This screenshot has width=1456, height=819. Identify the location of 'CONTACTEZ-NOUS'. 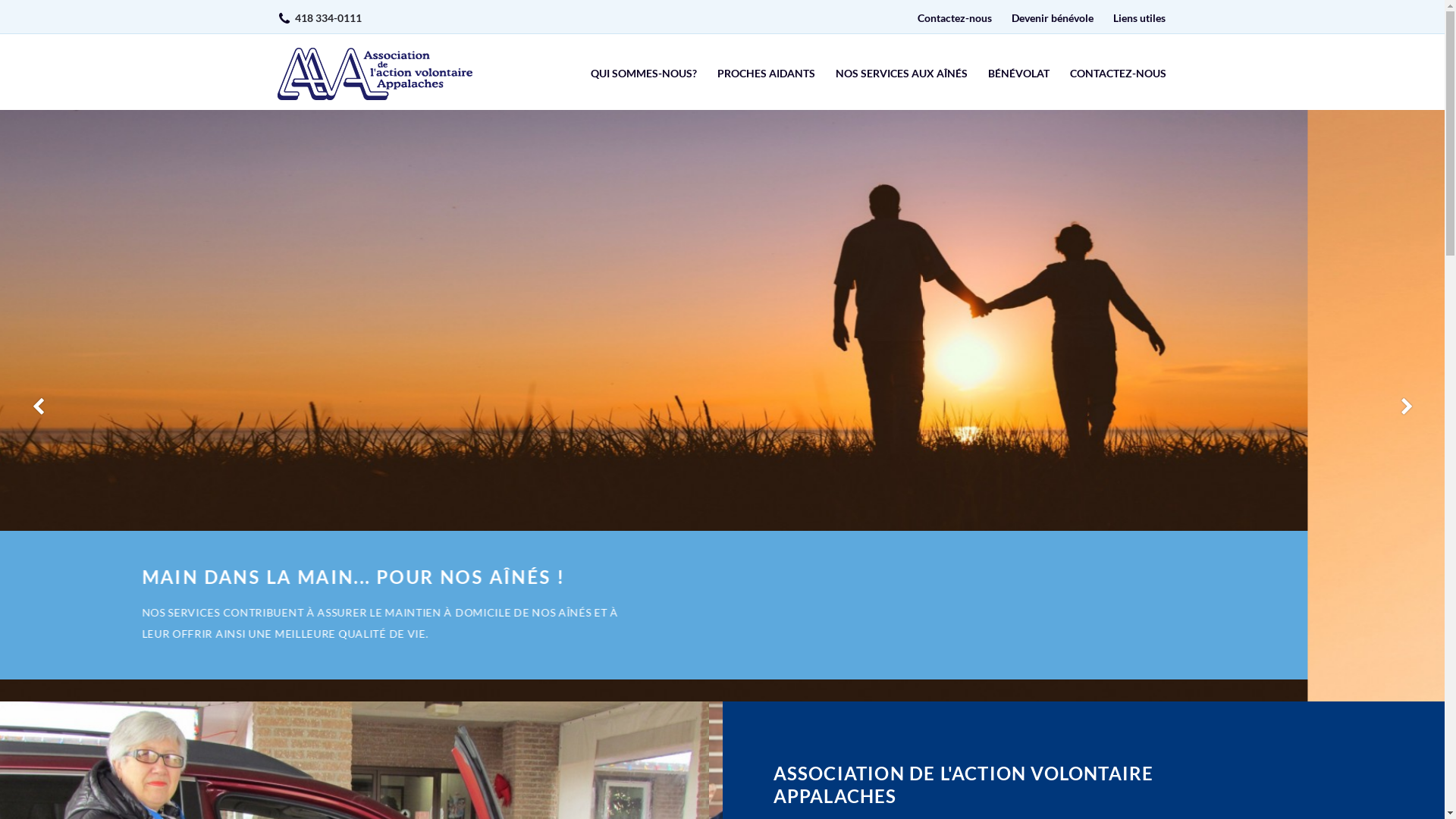
(1117, 74).